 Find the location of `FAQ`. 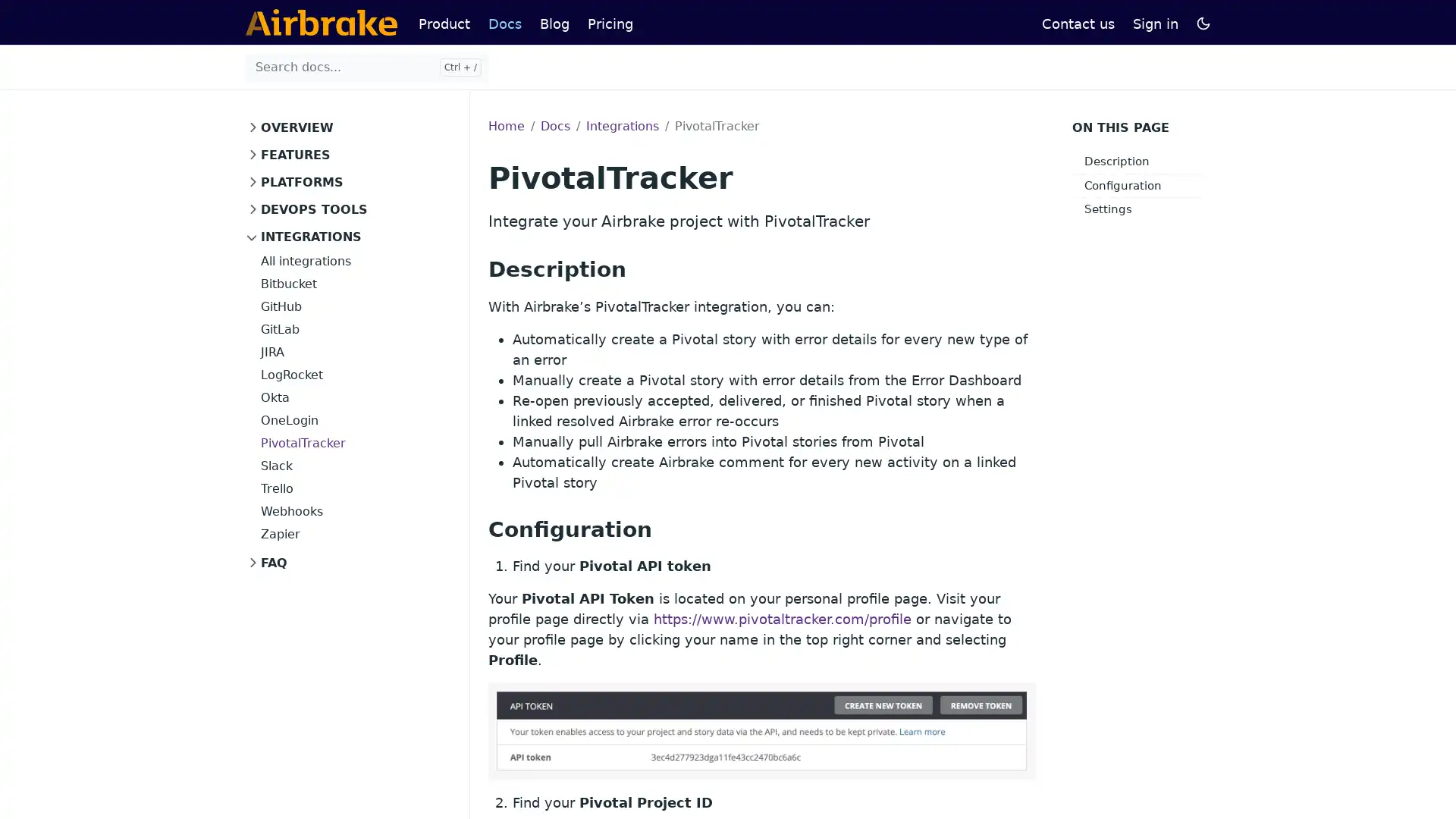

FAQ is located at coordinates (269, 563).